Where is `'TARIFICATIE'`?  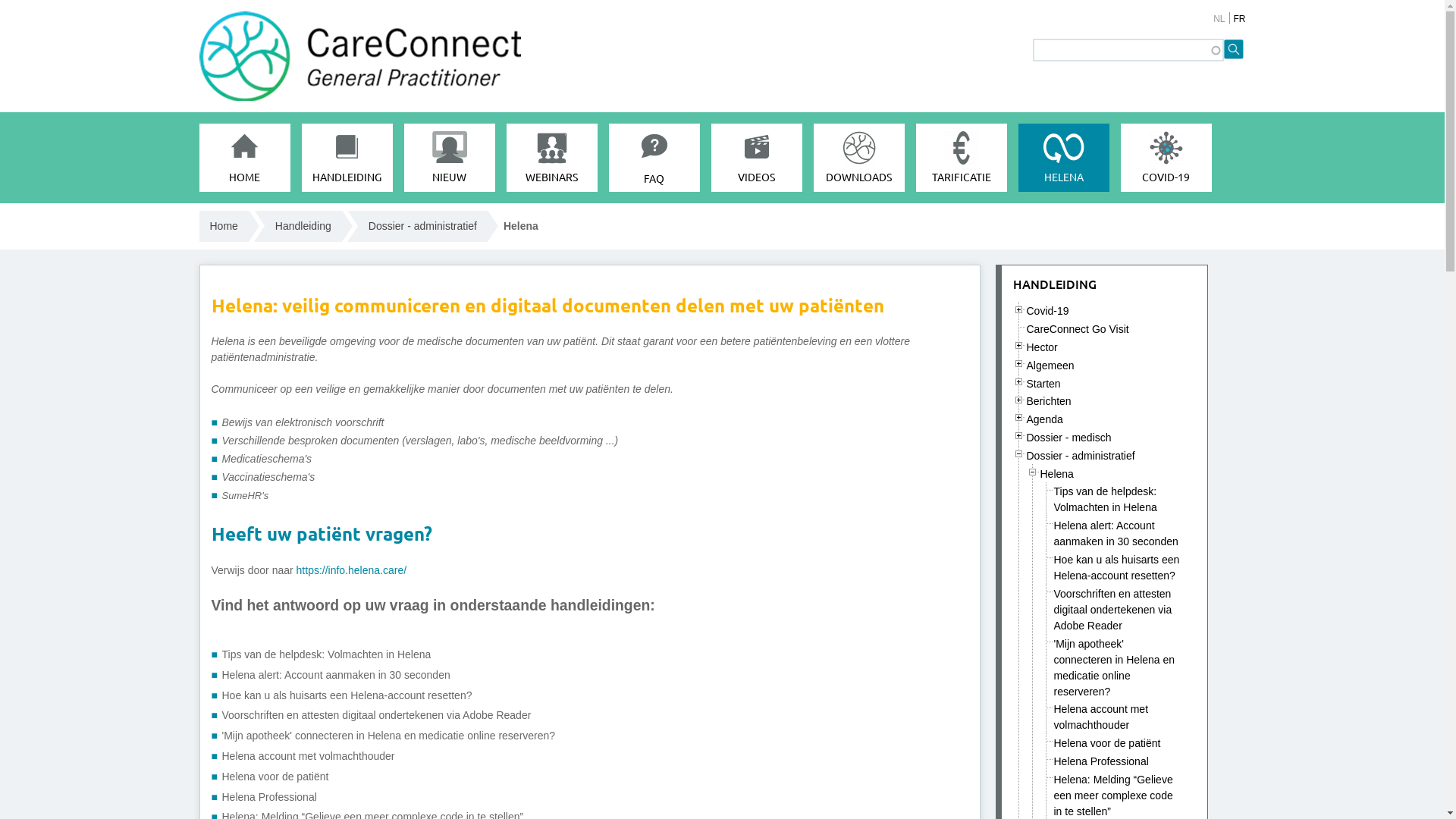
'TARIFICATIE' is located at coordinates (915, 158).